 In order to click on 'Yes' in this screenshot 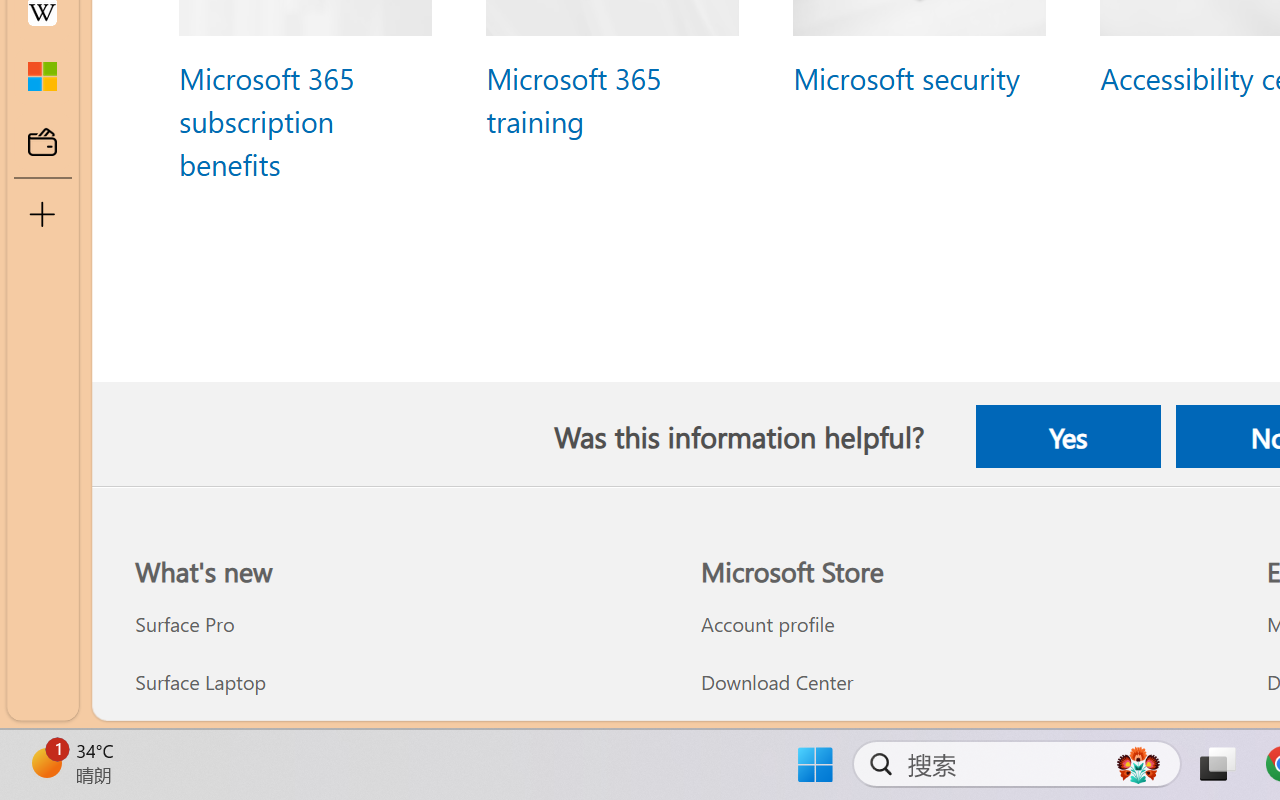, I will do `click(1066, 435)`.